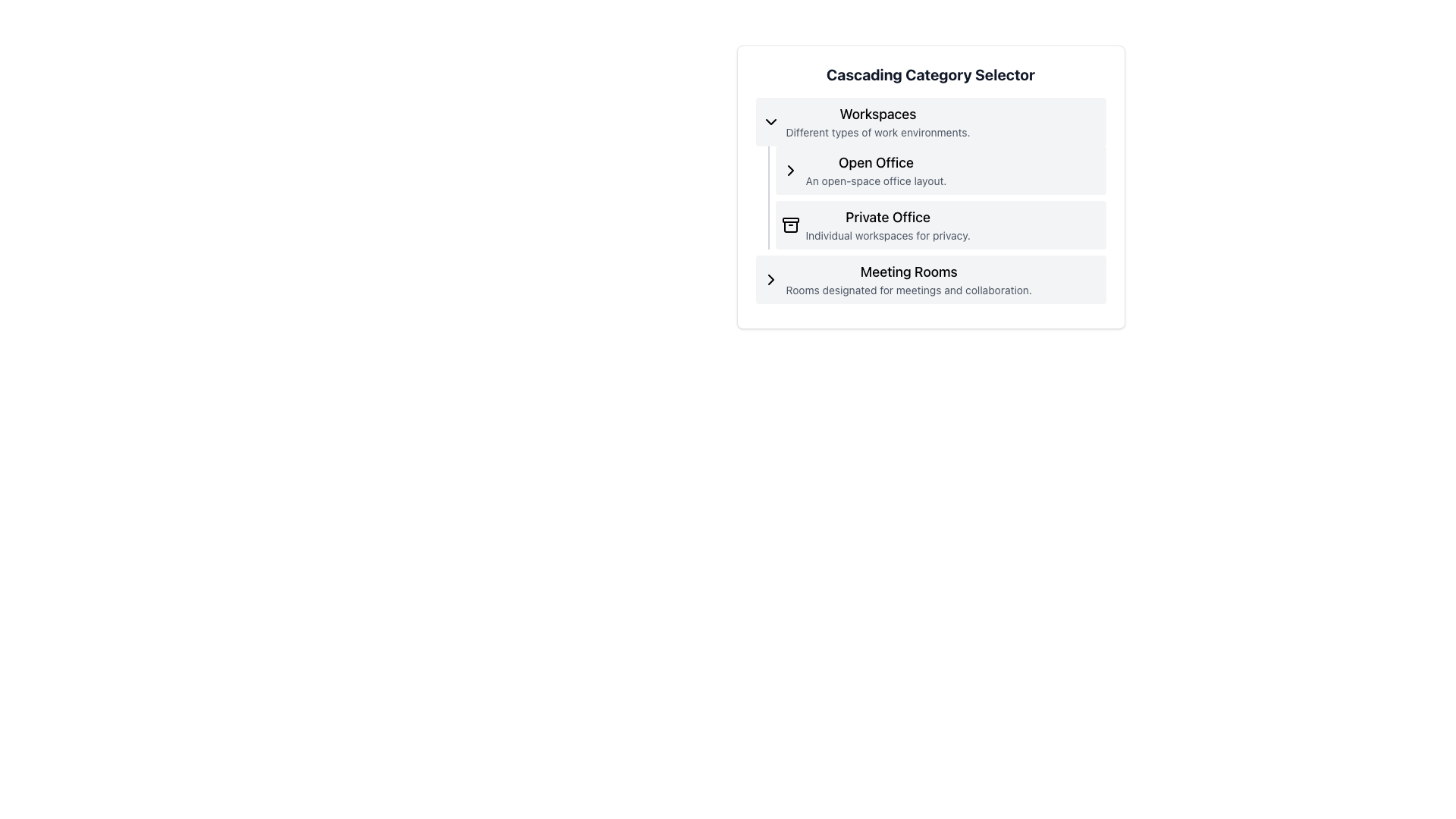  What do you see at coordinates (930, 280) in the screenshot?
I see `the fourth entry under the 'Workspaces' category` at bounding box center [930, 280].